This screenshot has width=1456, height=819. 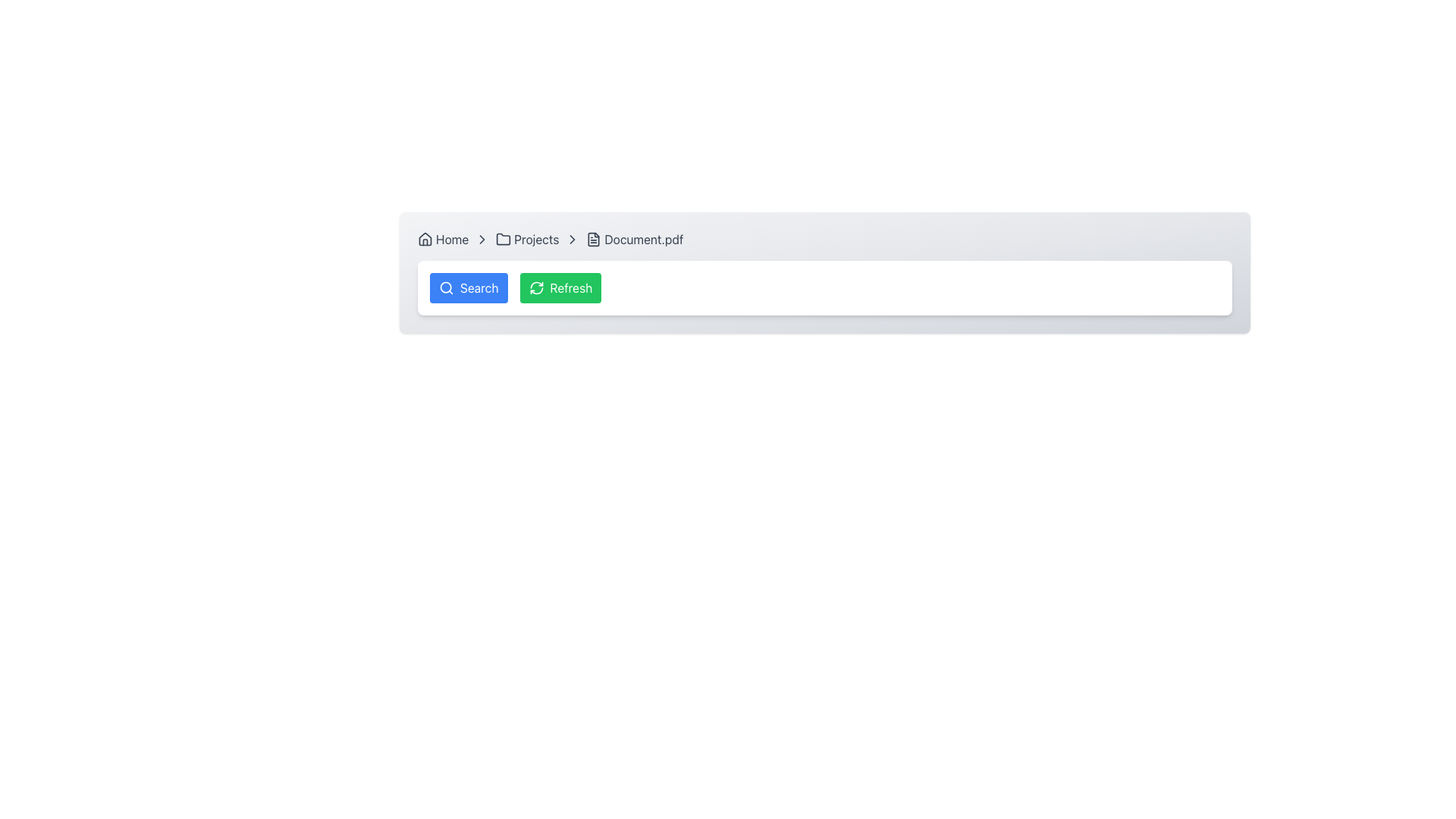 I want to click on the file icon in the breadcrumb navigation bar, which is styled in an outlined black format and represents 'Document.pdf', so click(x=593, y=239).